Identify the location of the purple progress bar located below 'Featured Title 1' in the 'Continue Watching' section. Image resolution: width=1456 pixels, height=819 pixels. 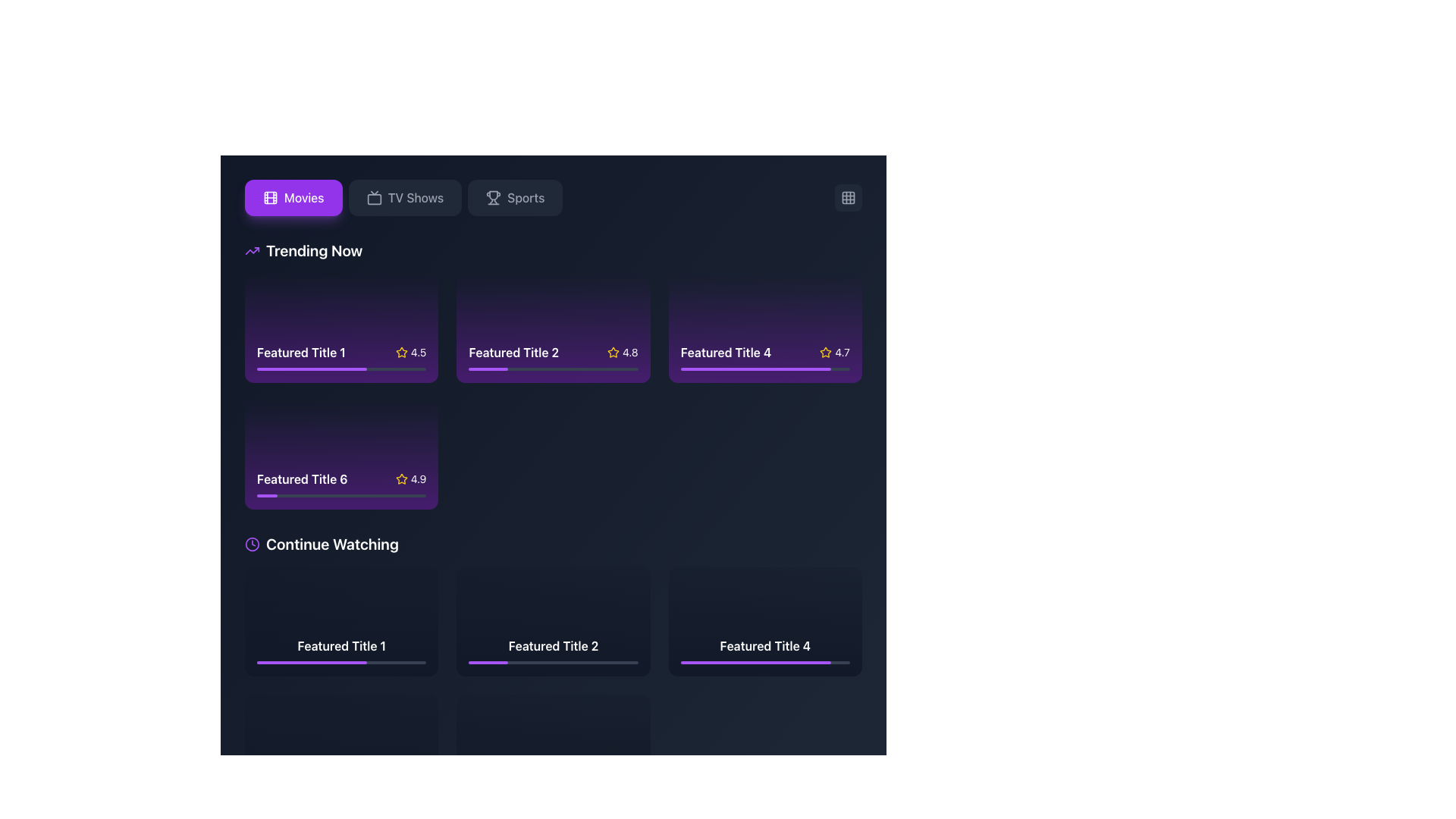
(295, 789).